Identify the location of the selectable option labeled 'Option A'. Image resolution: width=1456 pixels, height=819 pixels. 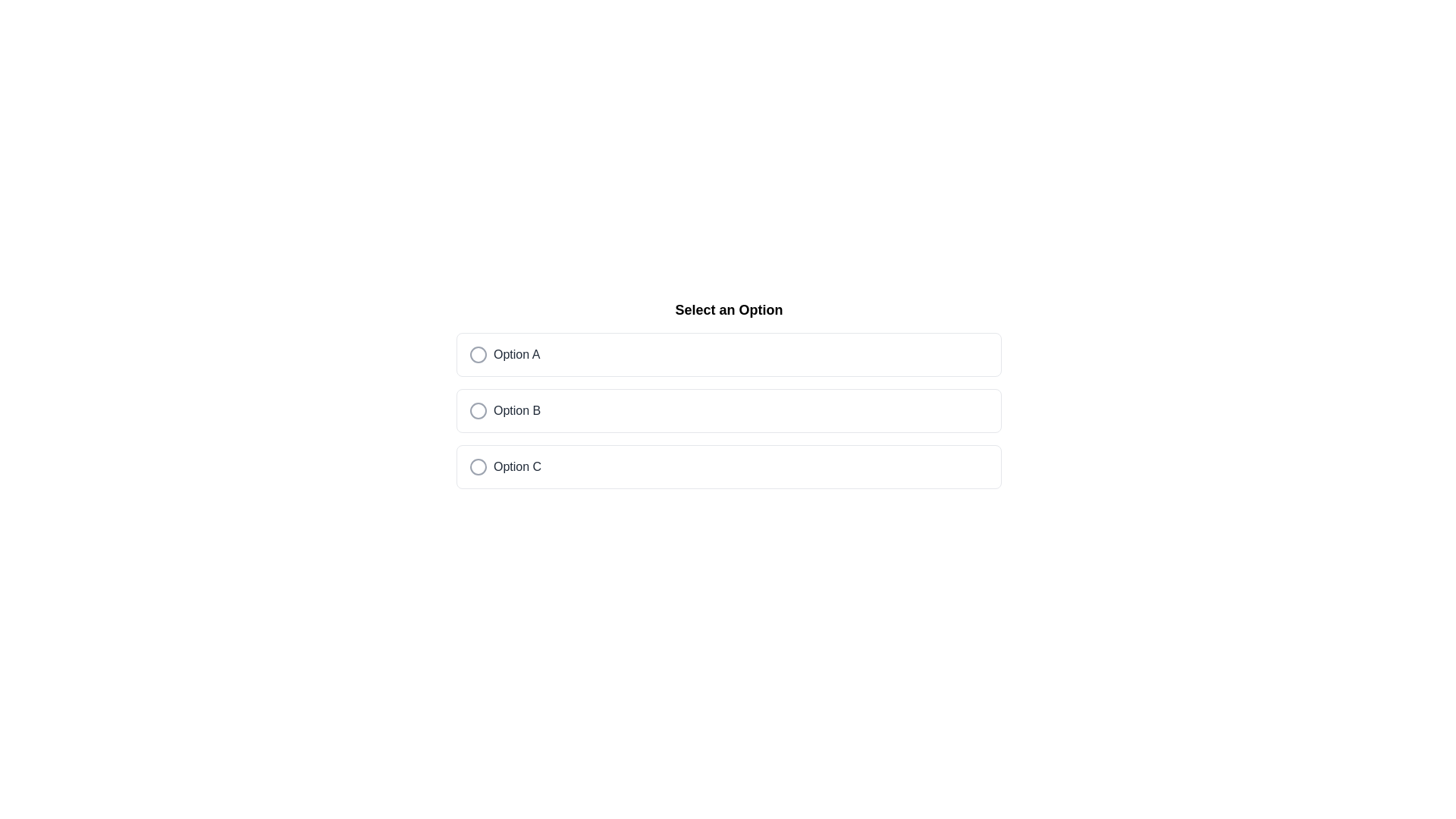
(729, 354).